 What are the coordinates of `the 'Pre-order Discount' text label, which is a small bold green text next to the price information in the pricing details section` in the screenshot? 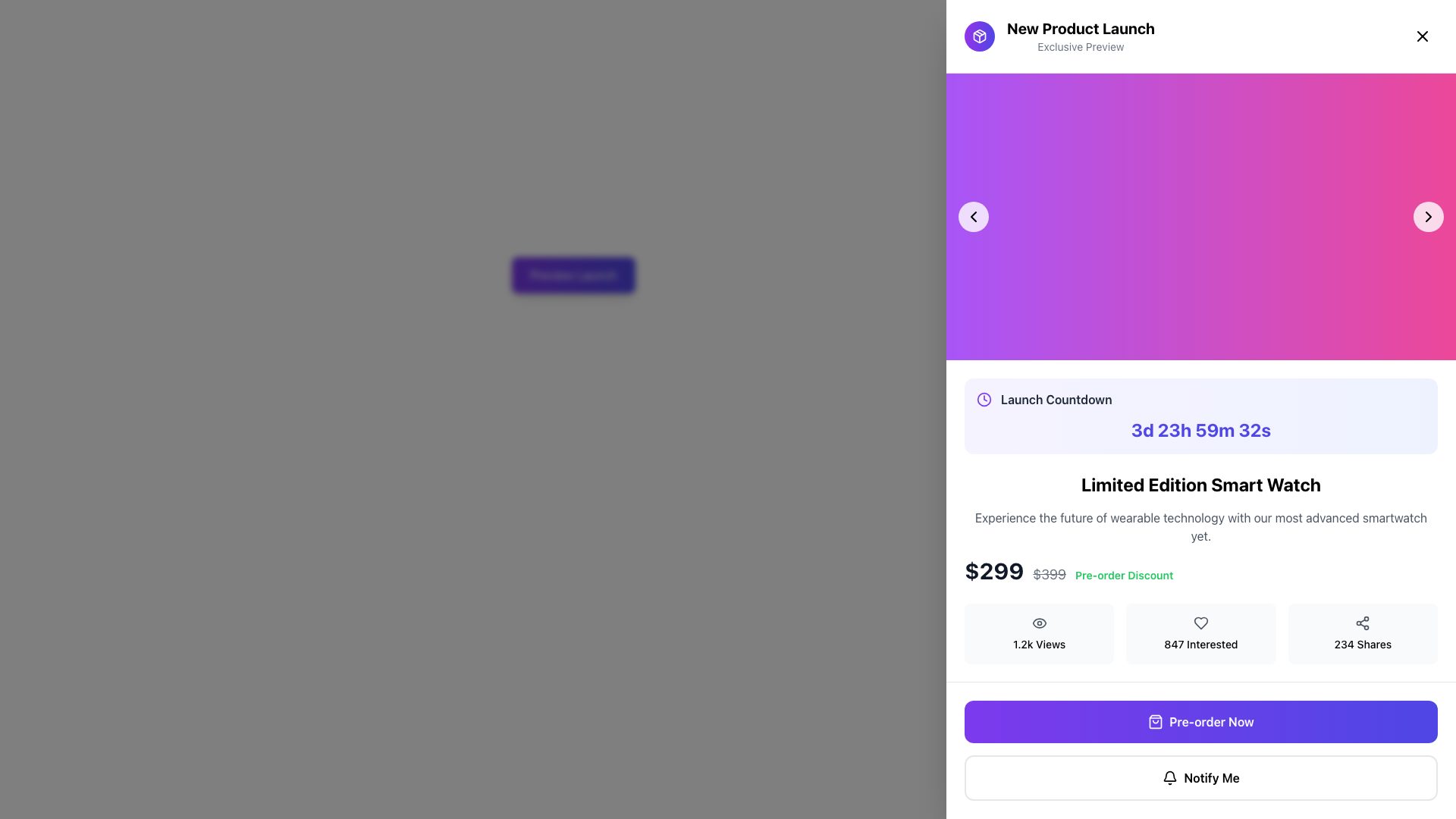 It's located at (1124, 576).